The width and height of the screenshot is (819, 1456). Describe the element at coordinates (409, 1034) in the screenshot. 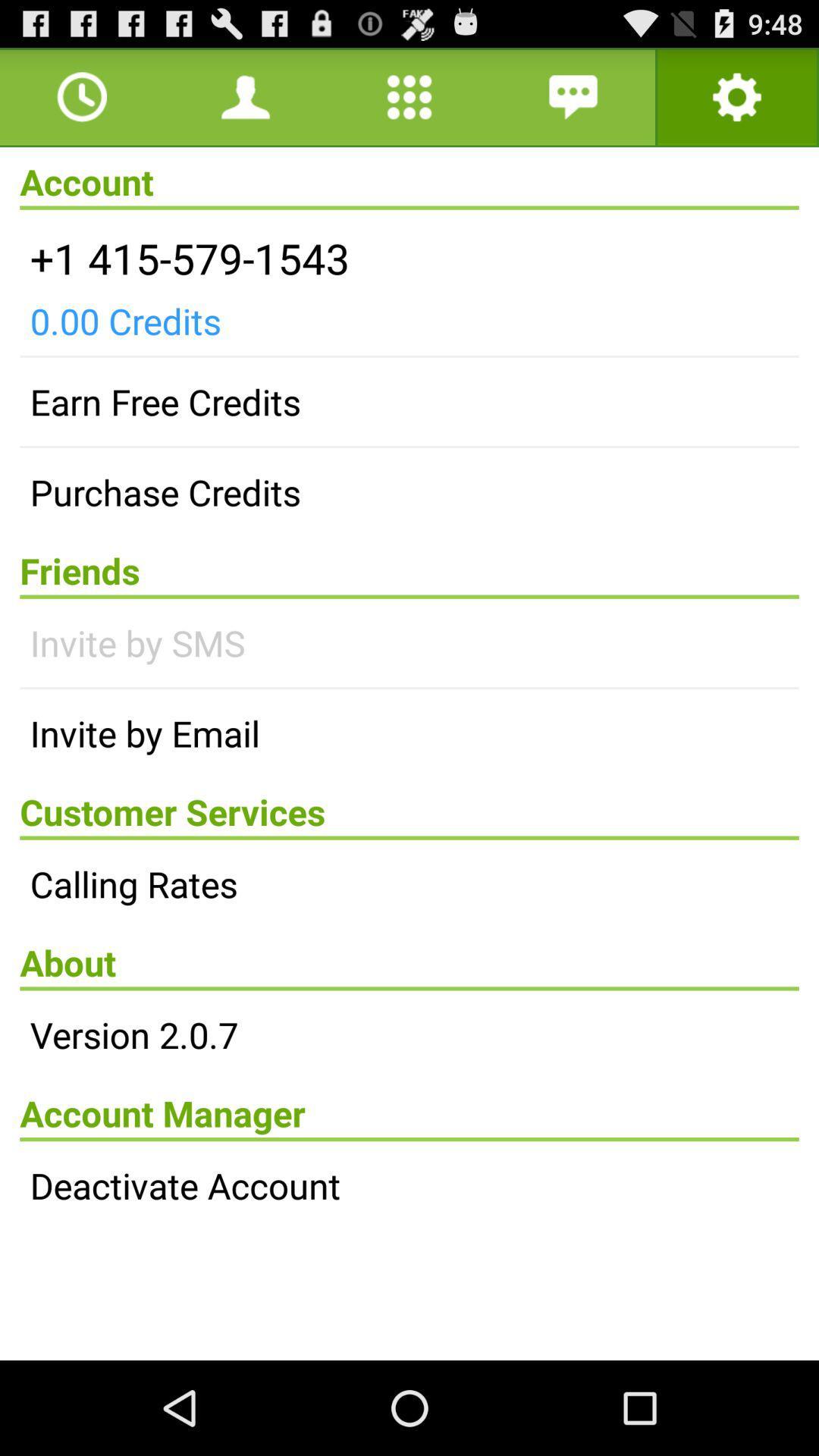

I see `version 2 0 item` at that location.